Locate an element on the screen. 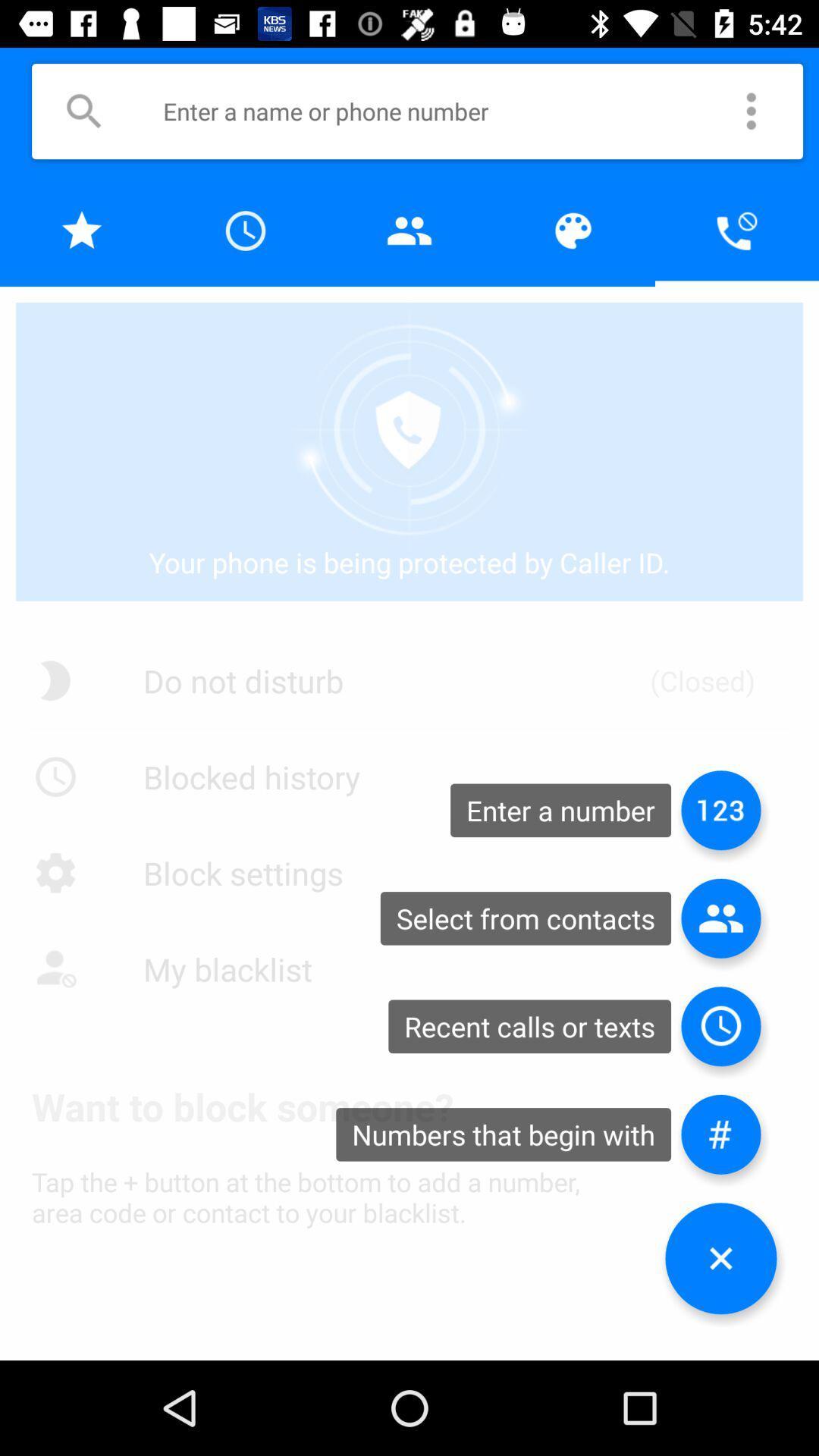  the close icon is located at coordinates (720, 1258).